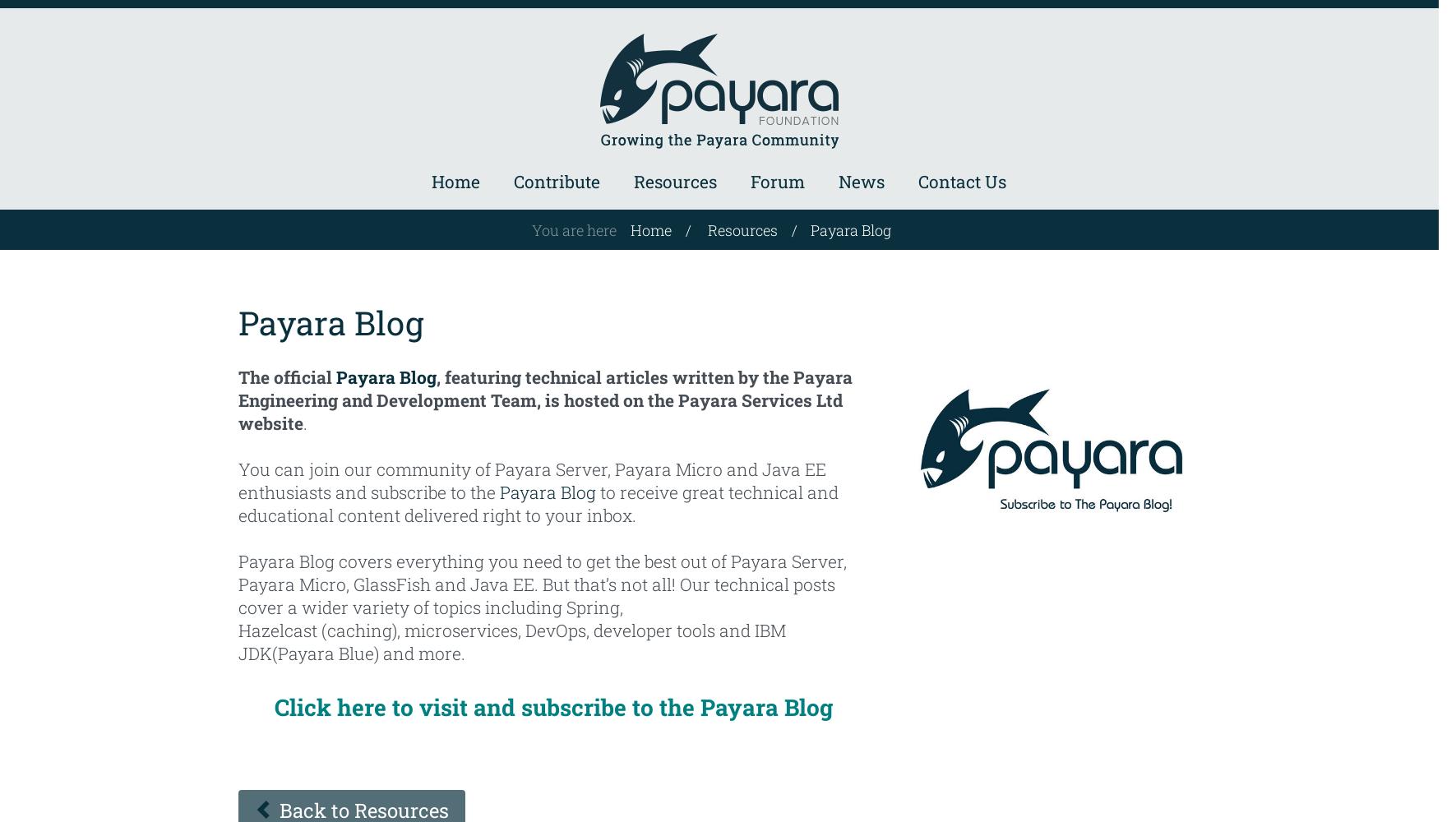 This screenshot has height=822, width=1456. I want to click on 'News', so click(860, 181).